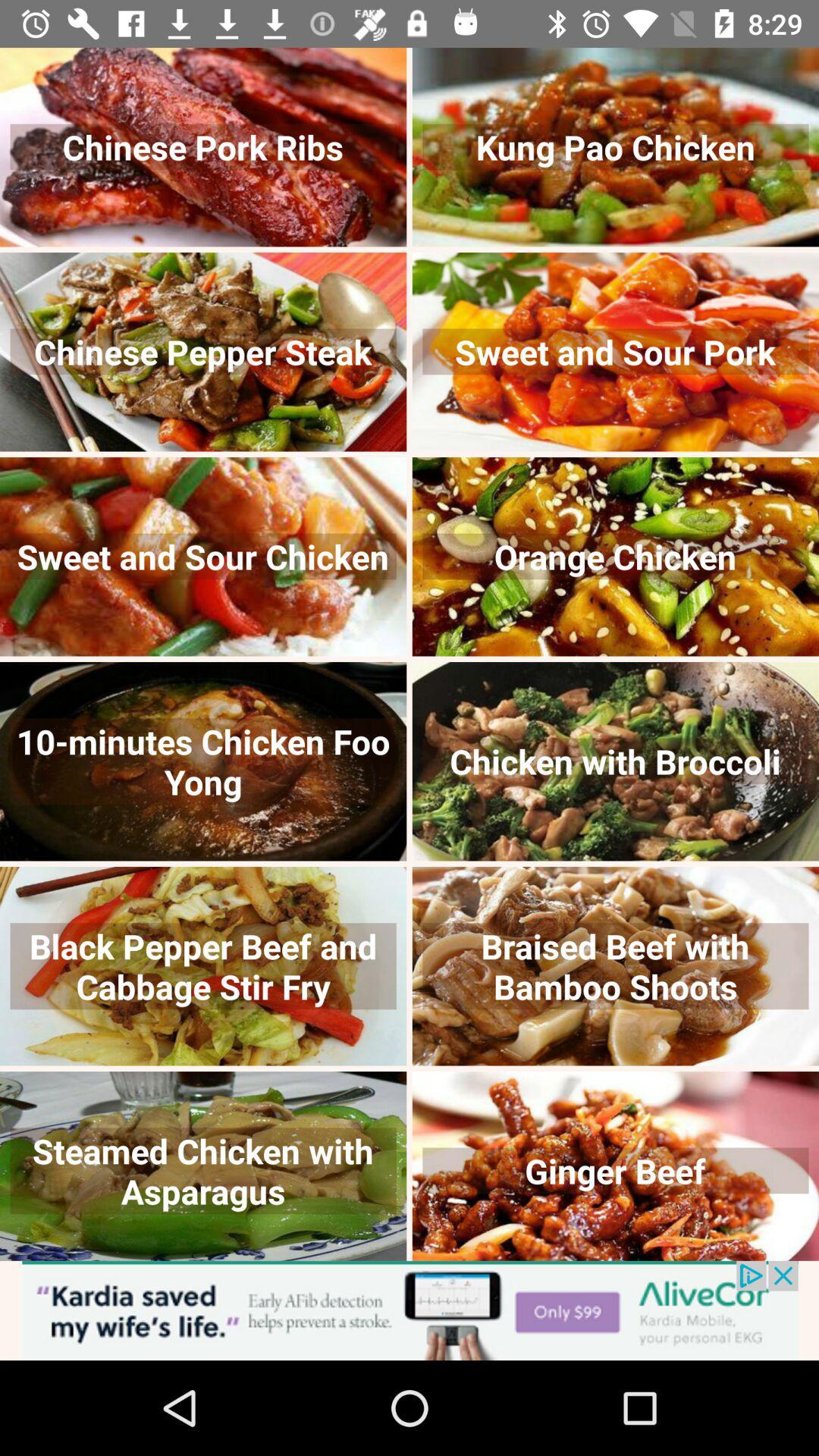 This screenshot has width=819, height=1456. What do you see at coordinates (409, 1310) in the screenshot?
I see `open advertisement` at bounding box center [409, 1310].